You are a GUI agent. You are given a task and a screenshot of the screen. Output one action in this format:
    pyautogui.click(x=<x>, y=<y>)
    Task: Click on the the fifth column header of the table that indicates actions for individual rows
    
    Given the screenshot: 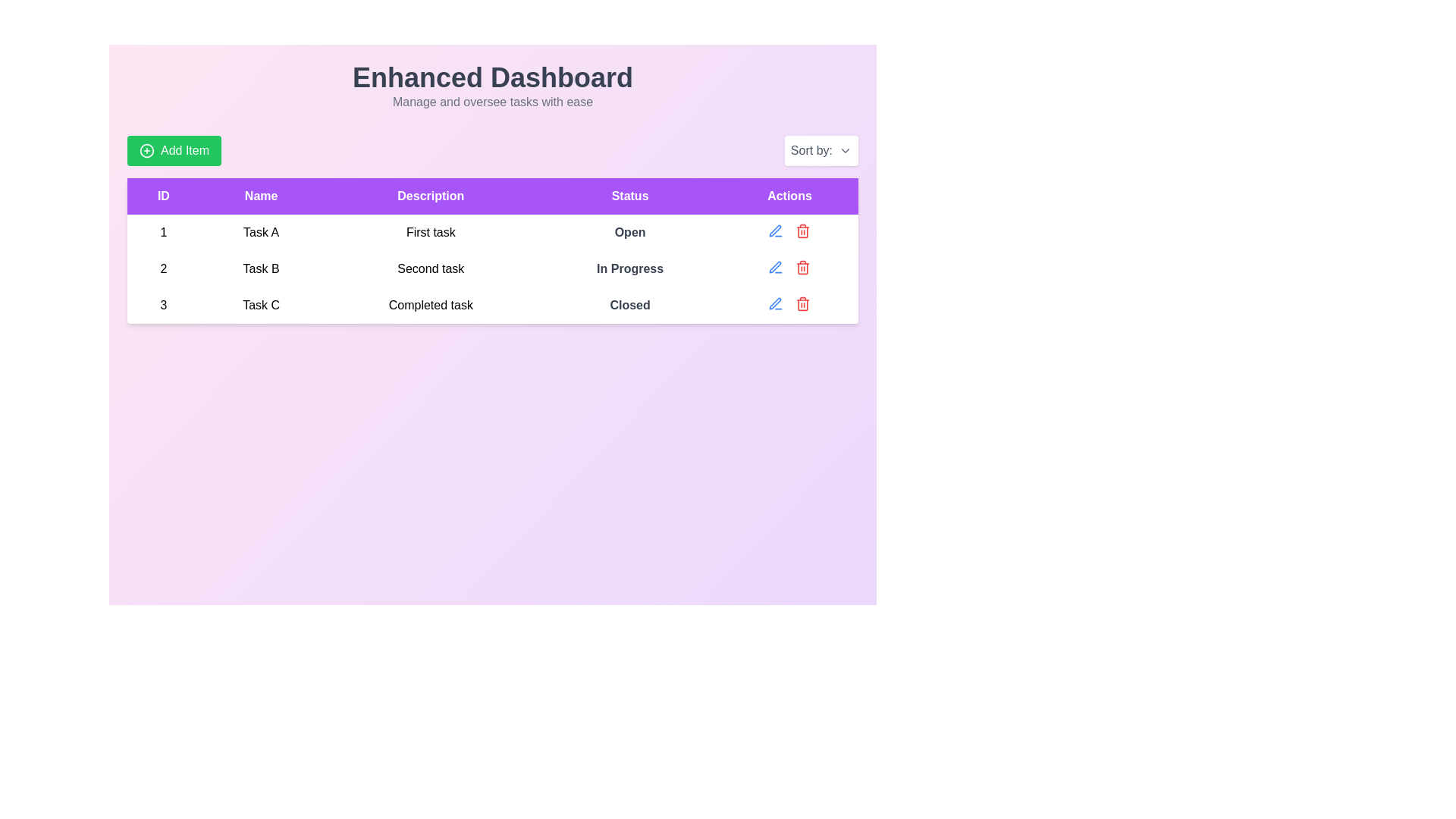 What is the action you would take?
    pyautogui.click(x=789, y=195)
    